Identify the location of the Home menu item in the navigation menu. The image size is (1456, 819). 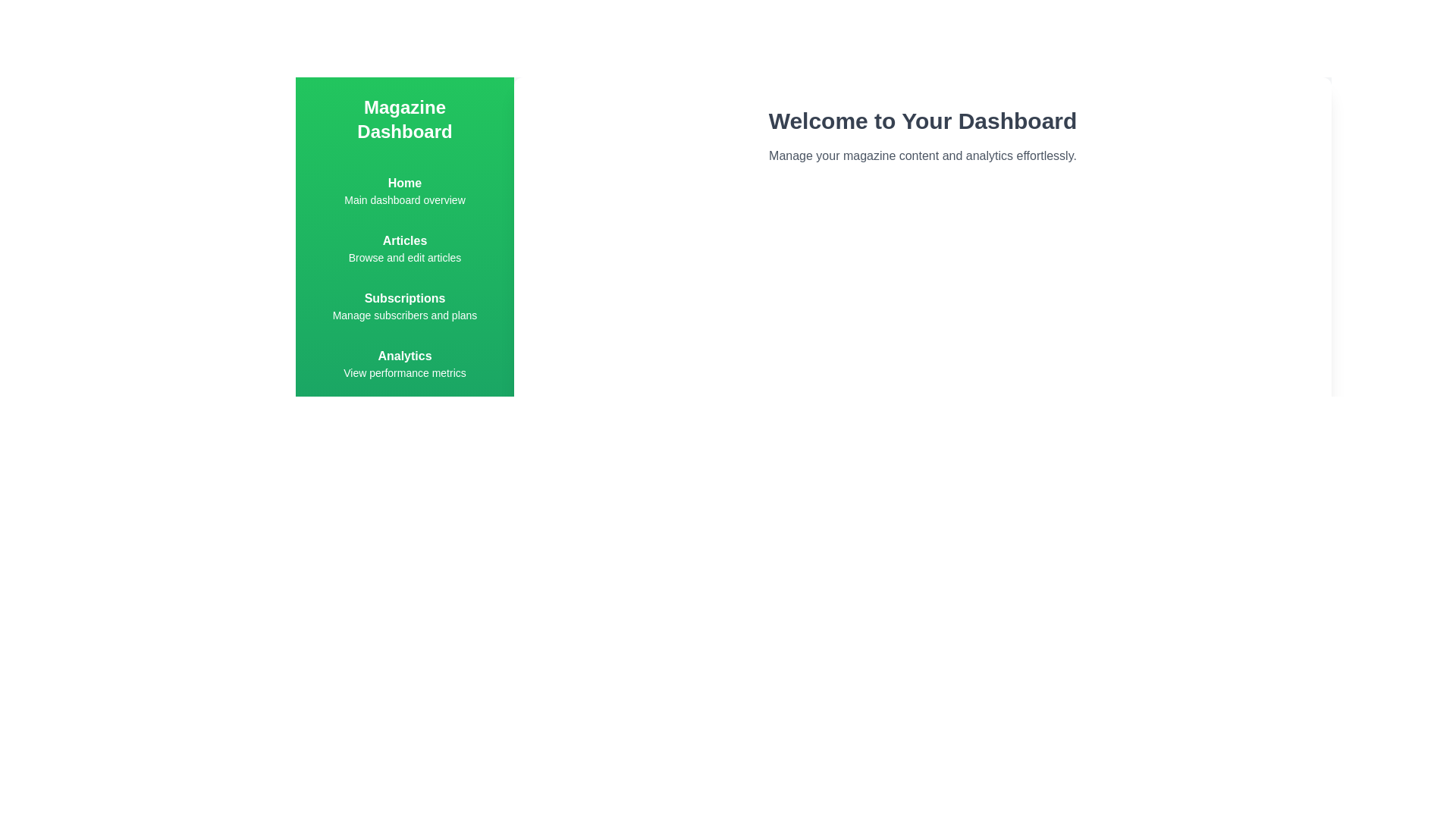
(404, 190).